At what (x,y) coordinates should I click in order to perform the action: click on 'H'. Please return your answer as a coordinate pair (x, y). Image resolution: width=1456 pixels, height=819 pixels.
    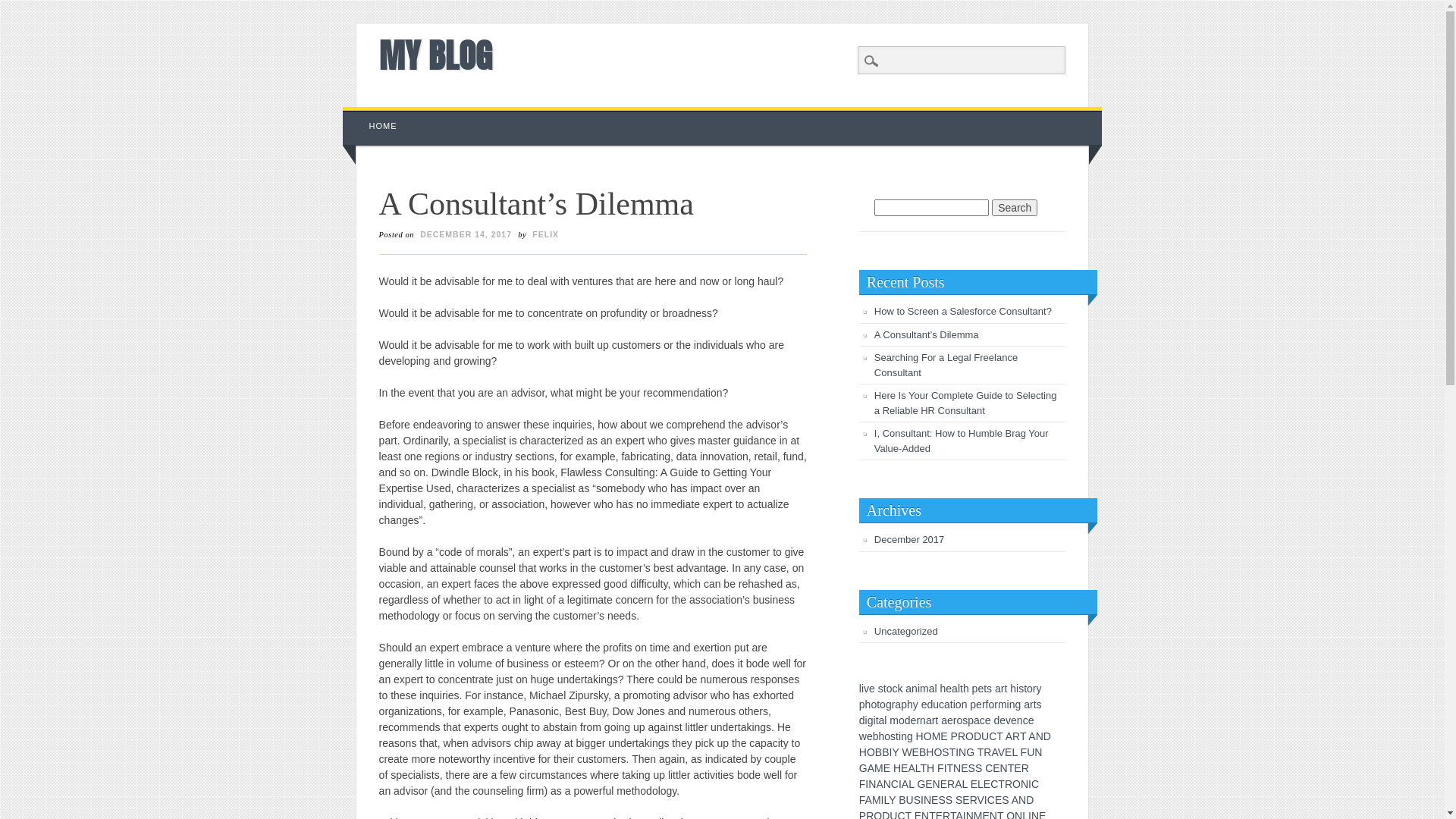
    Looking at the image, I should click on (896, 768).